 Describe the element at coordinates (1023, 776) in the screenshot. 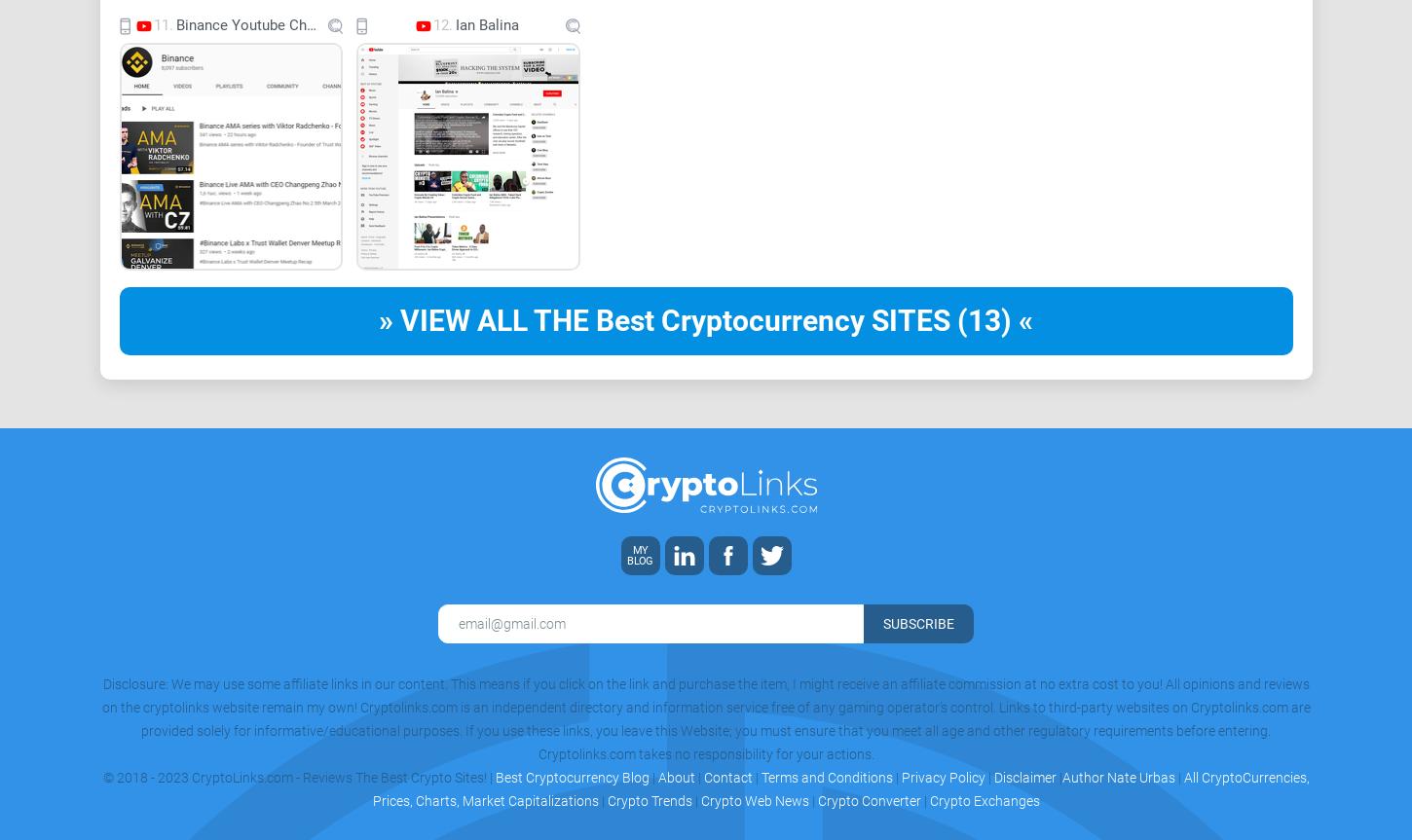

I see `'Disclaimer'` at that location.